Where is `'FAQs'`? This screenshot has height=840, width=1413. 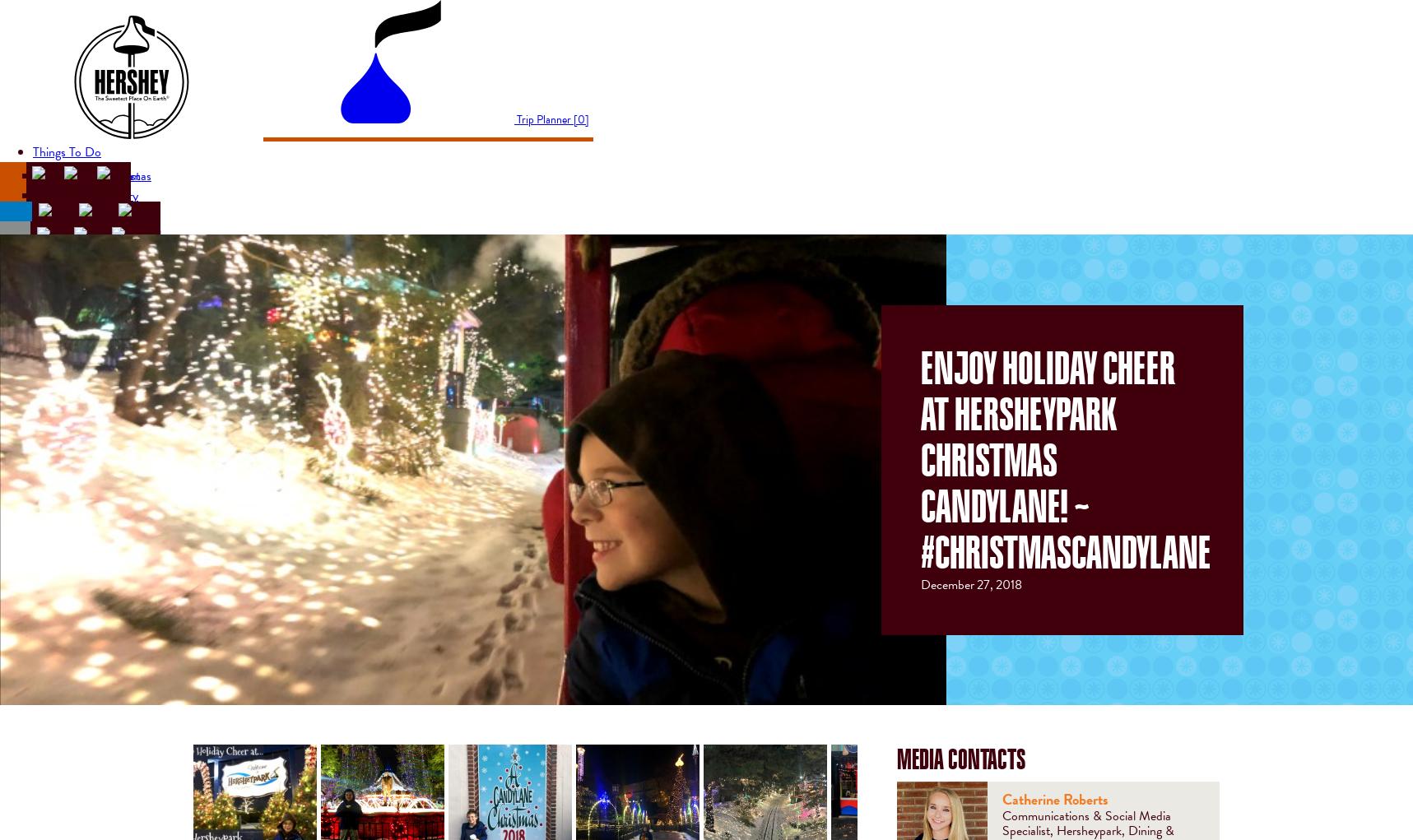
'FAQs' is located at coordinates (48, 421).